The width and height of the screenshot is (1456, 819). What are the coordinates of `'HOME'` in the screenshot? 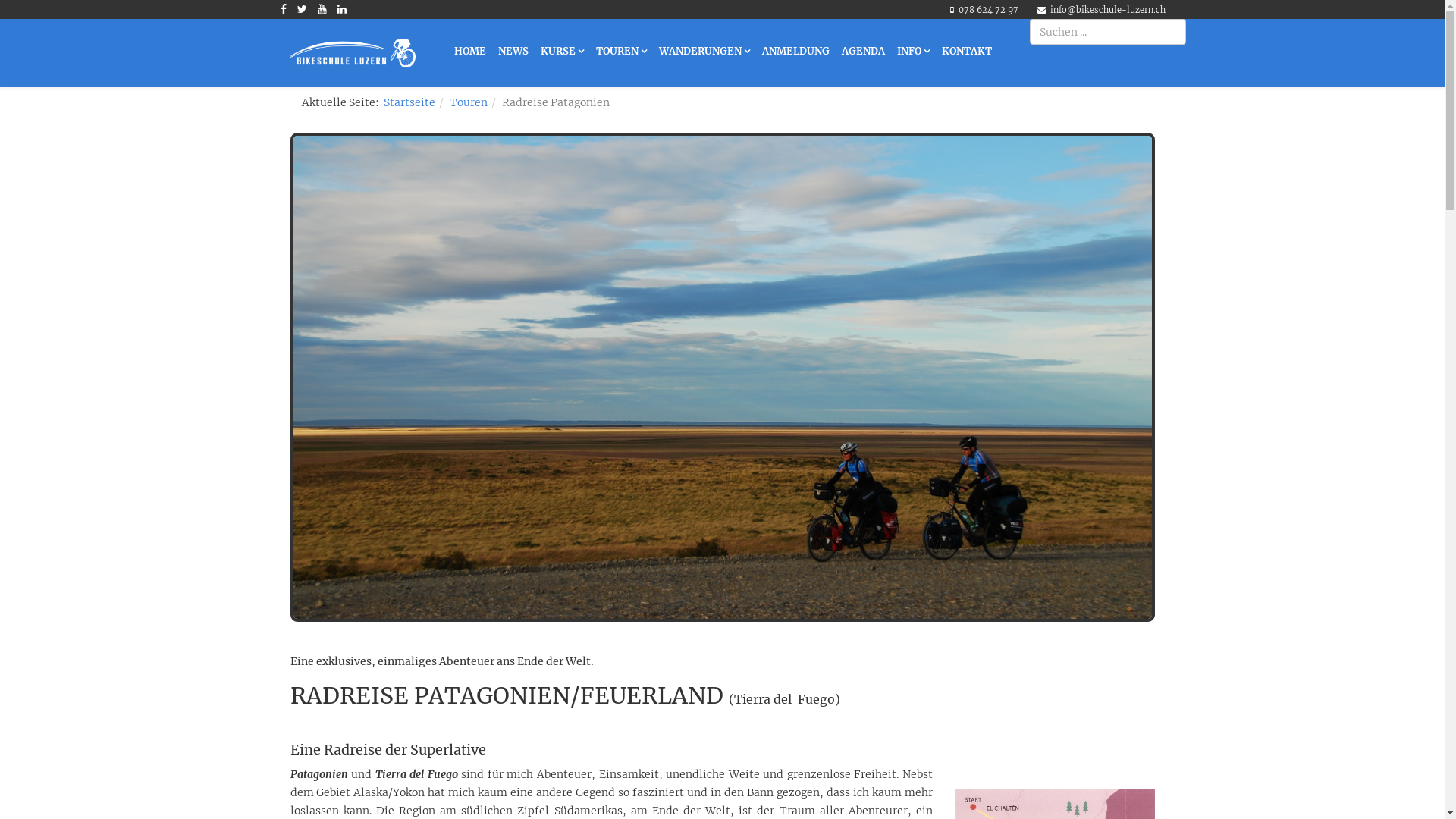 It's located at (469, 51).